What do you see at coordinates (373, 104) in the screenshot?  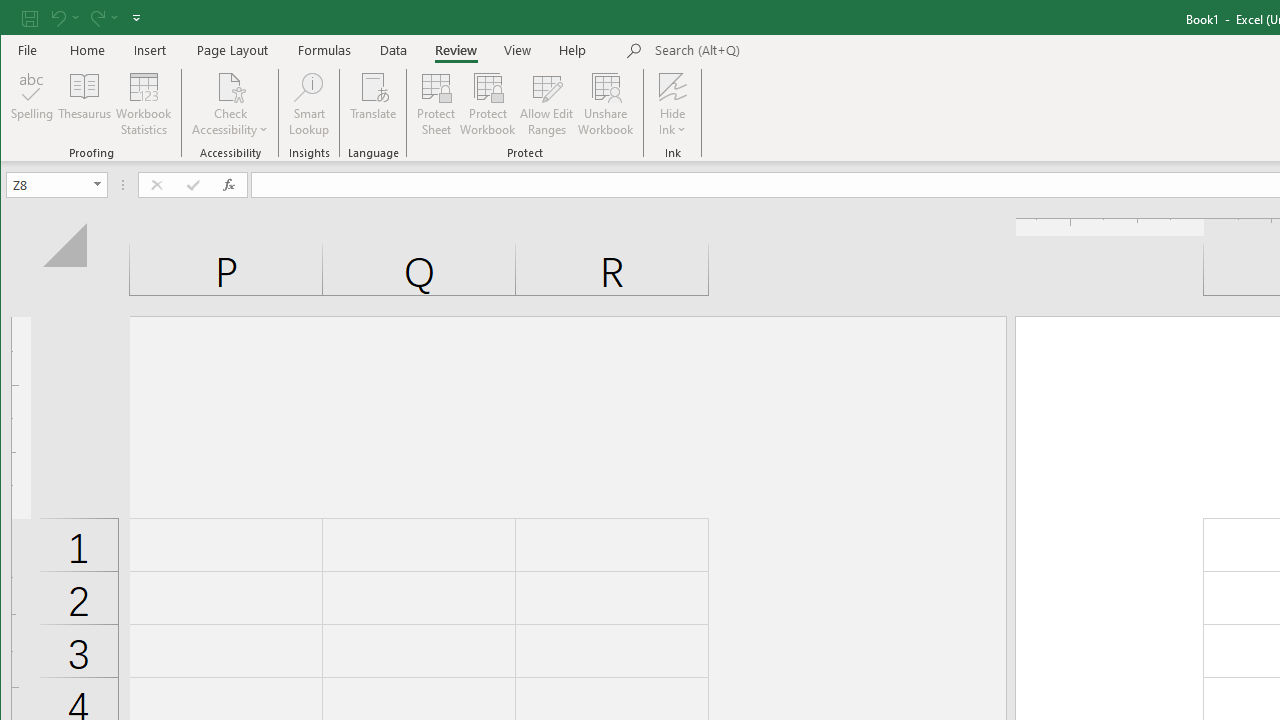 I see `'Translate'` at bounding box center [373, 104].